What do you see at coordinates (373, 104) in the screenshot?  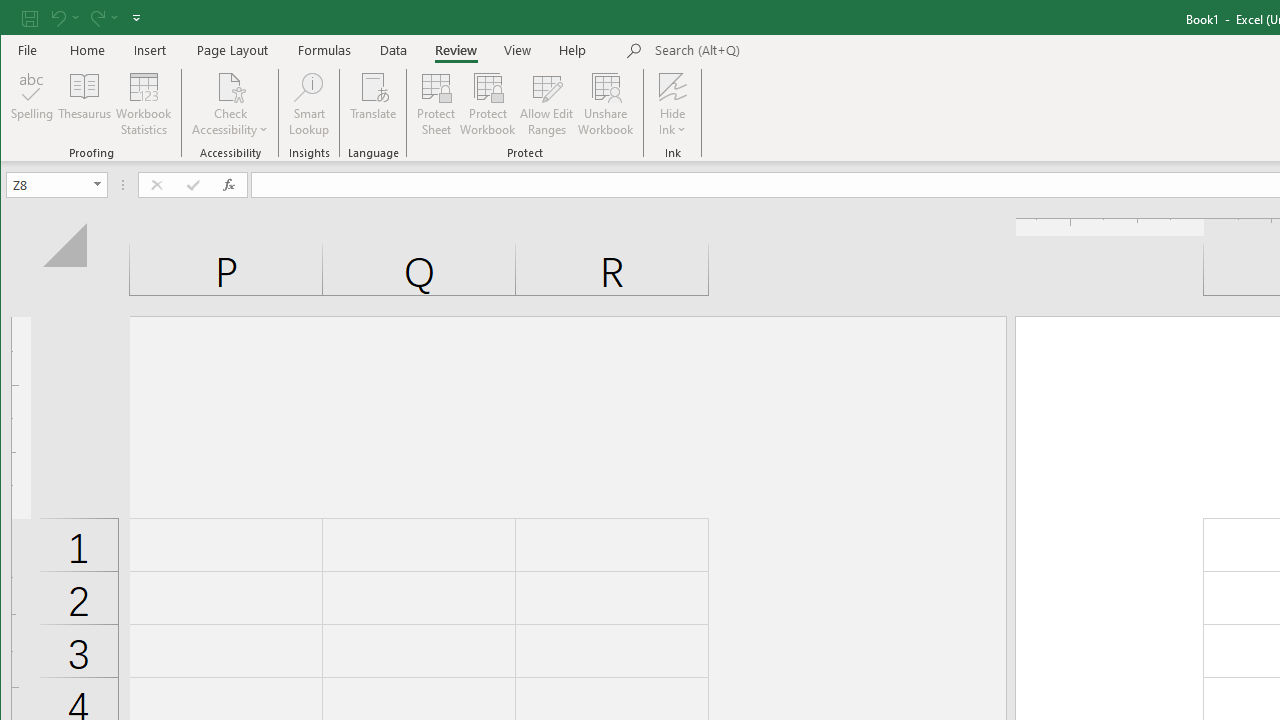 I see `'Translate'` at bounding box center [373, 104].